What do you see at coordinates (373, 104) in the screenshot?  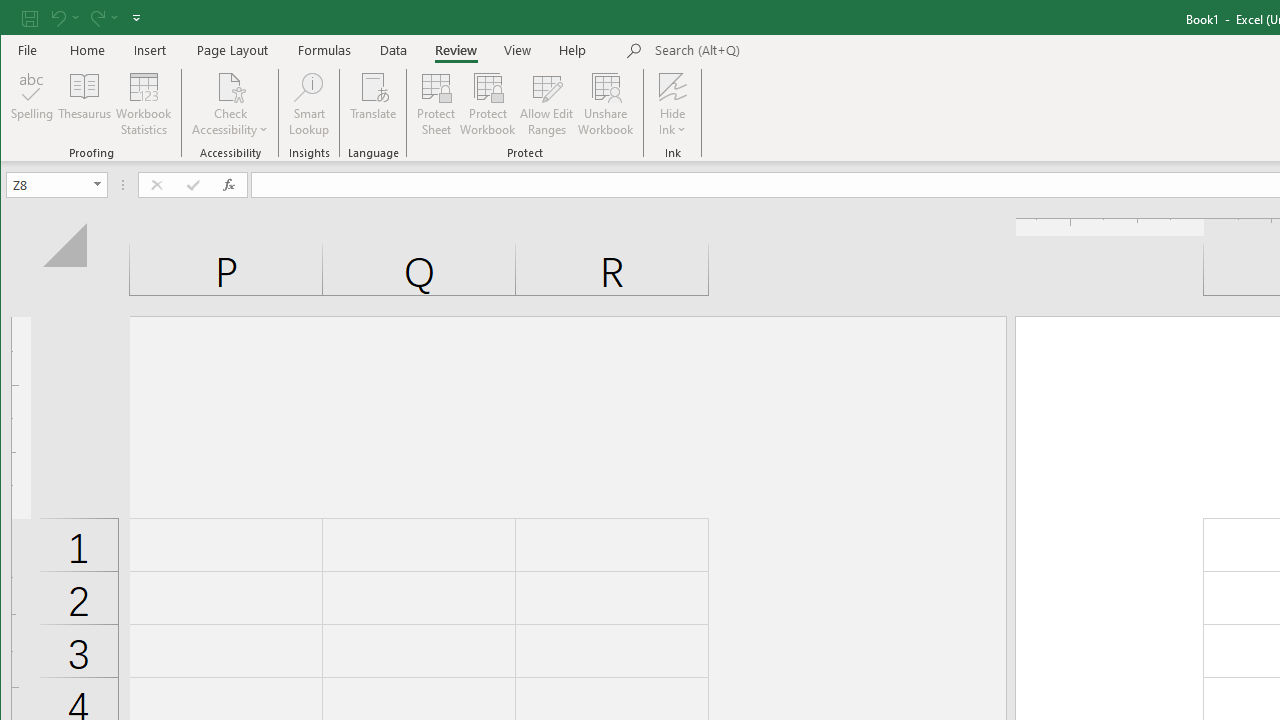 I see `'Translate'` at bounding box center [373, 104].